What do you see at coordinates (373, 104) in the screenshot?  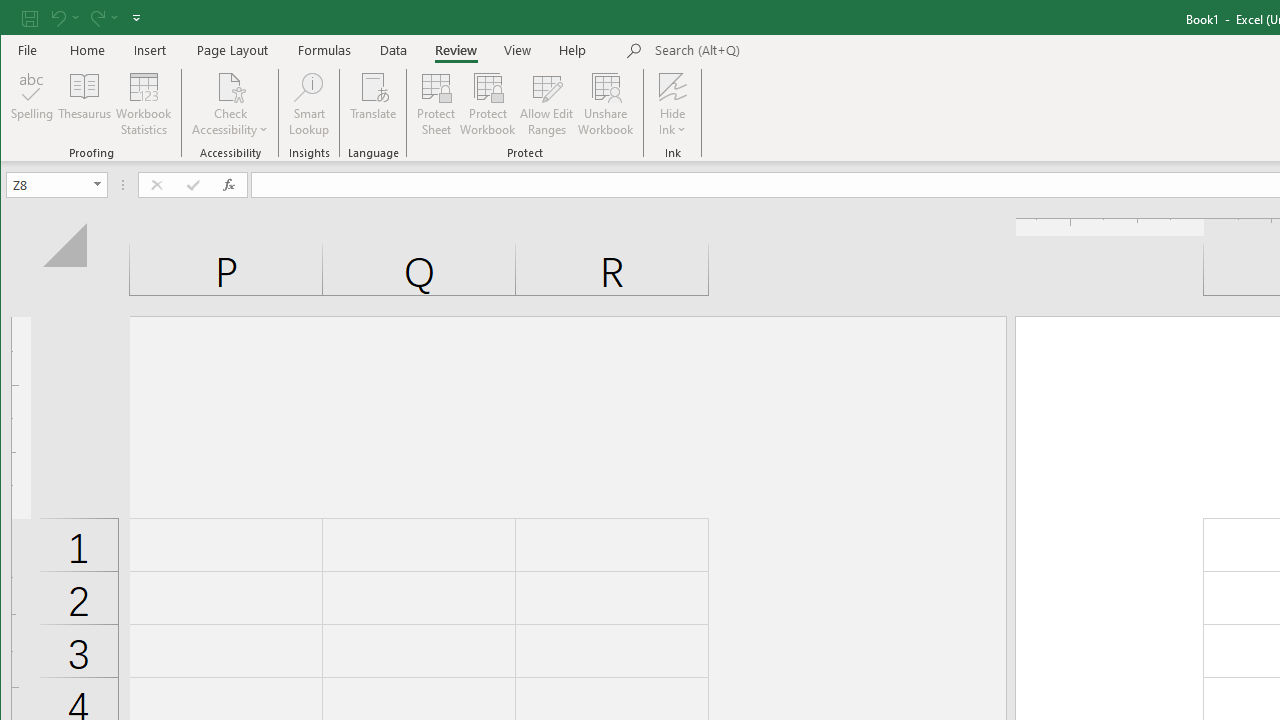 I see `'Translate'` at bounding box center [373, 104].